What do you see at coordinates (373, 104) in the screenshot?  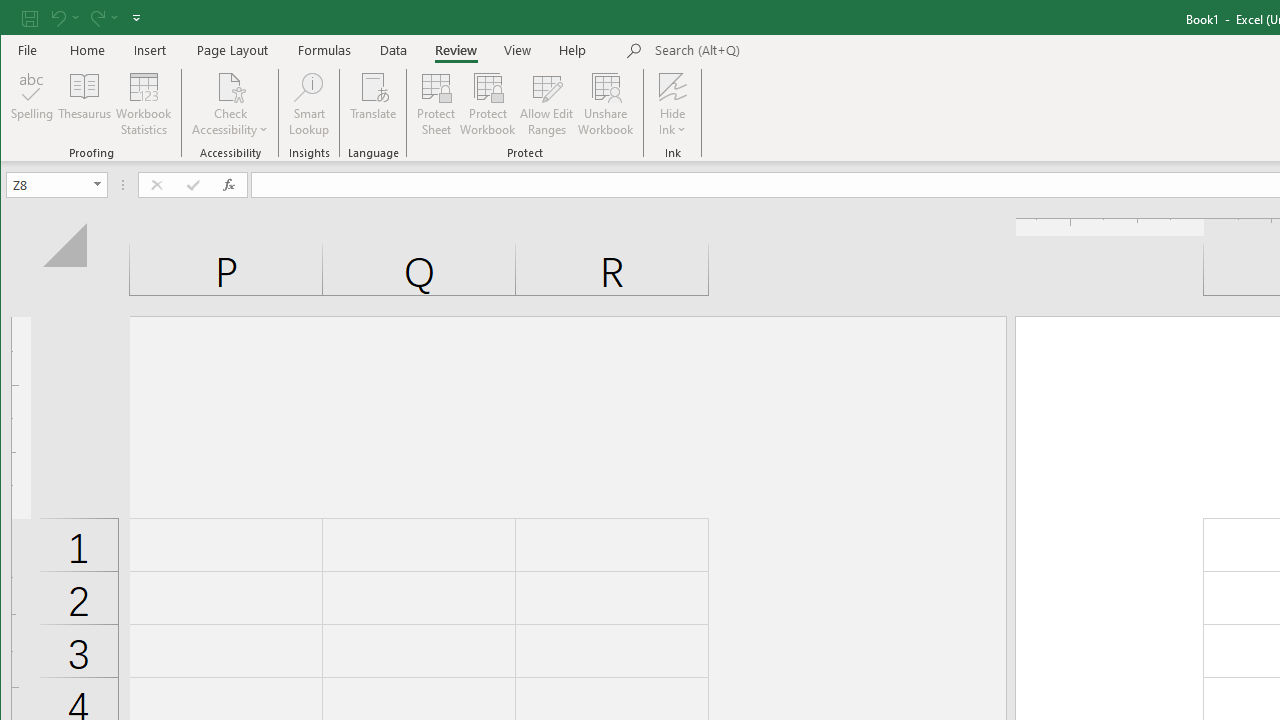 I see `'Translate'` at bounding box center [373, 104].